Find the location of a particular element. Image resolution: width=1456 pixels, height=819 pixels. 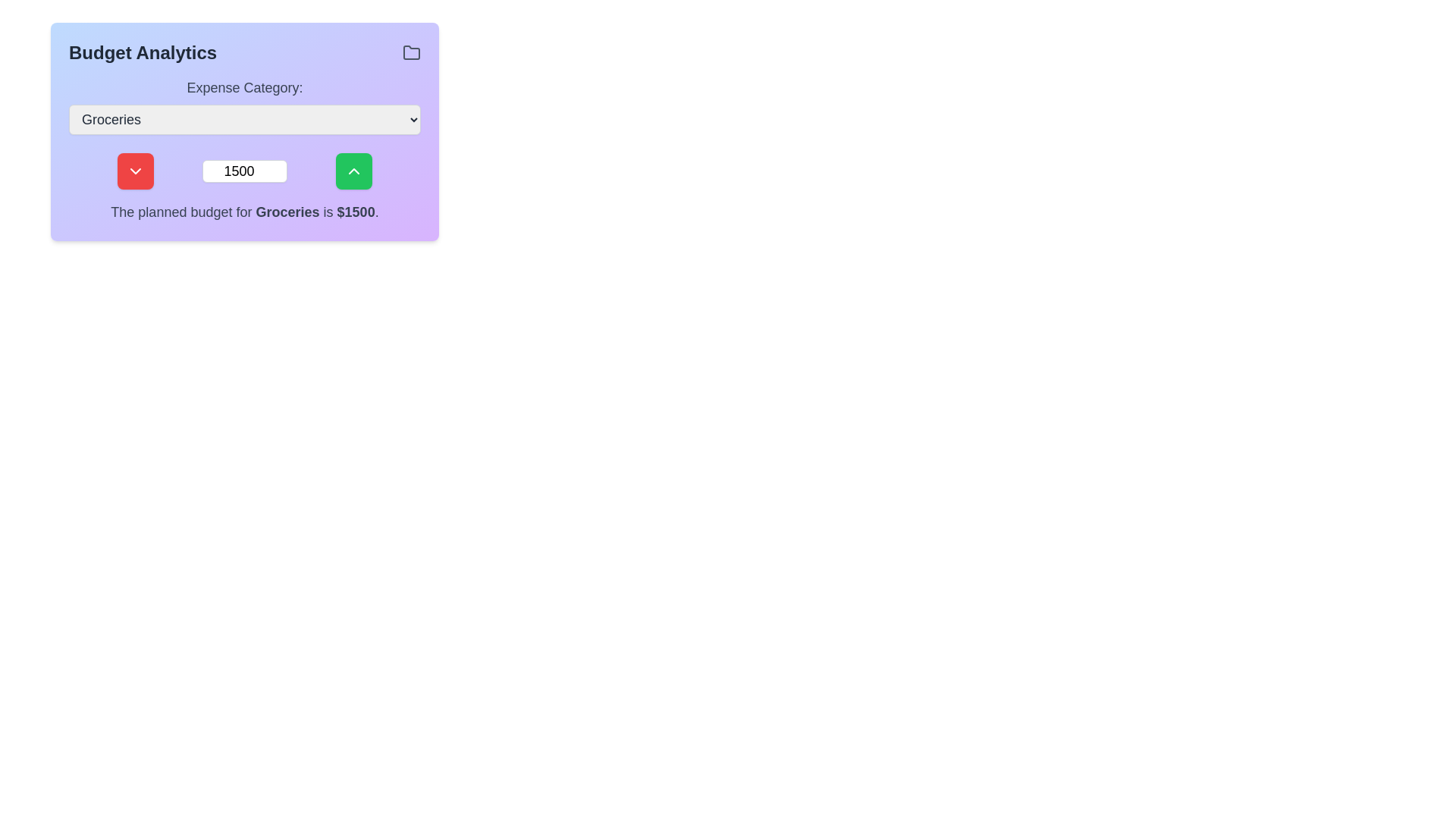

the button located to the right of the numeric input box in the 'Budget Analytics' panel is located at coordinates (353, 171).